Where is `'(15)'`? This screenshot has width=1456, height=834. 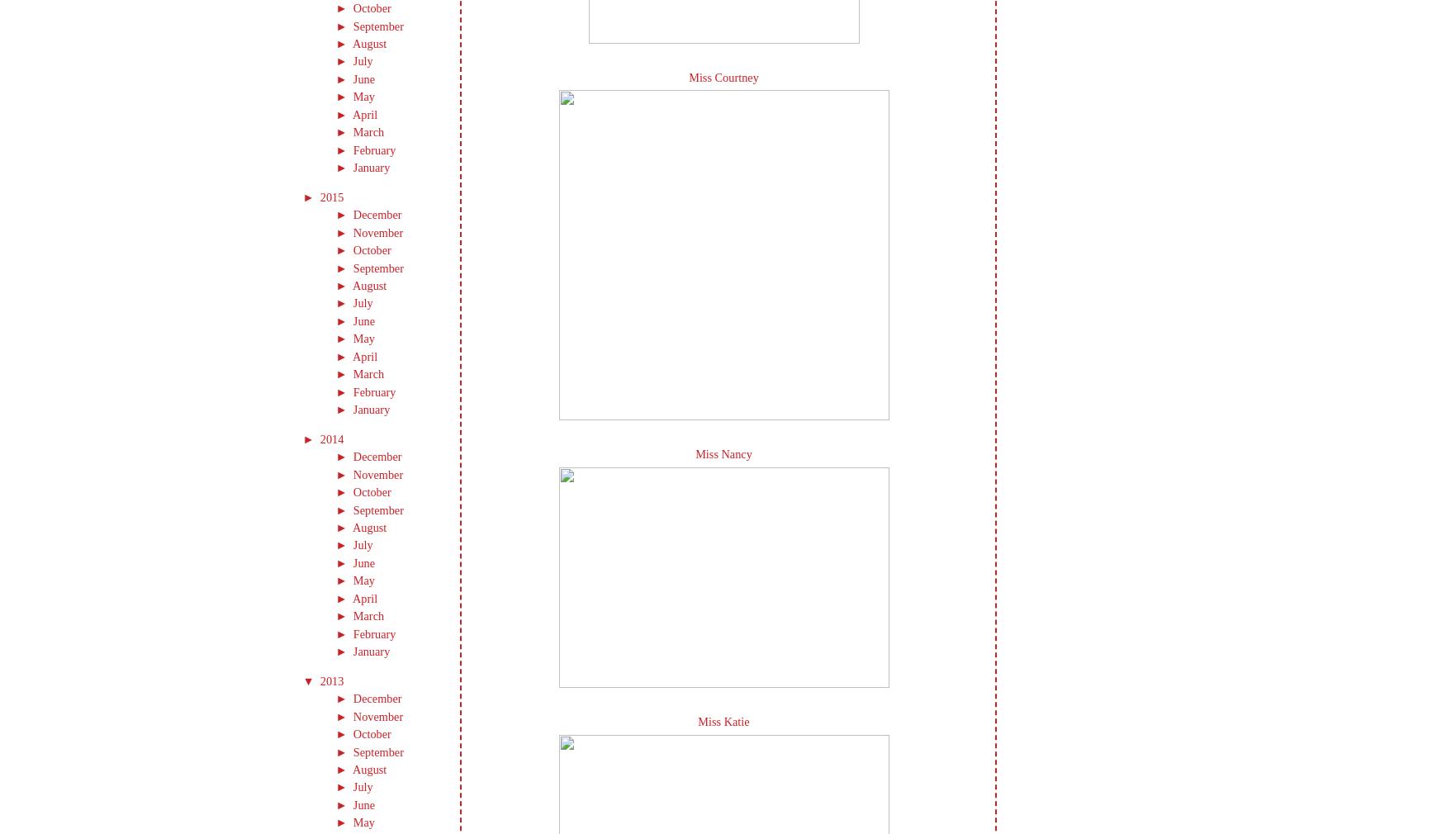 '(15)' is located at coordinates (415, 472).